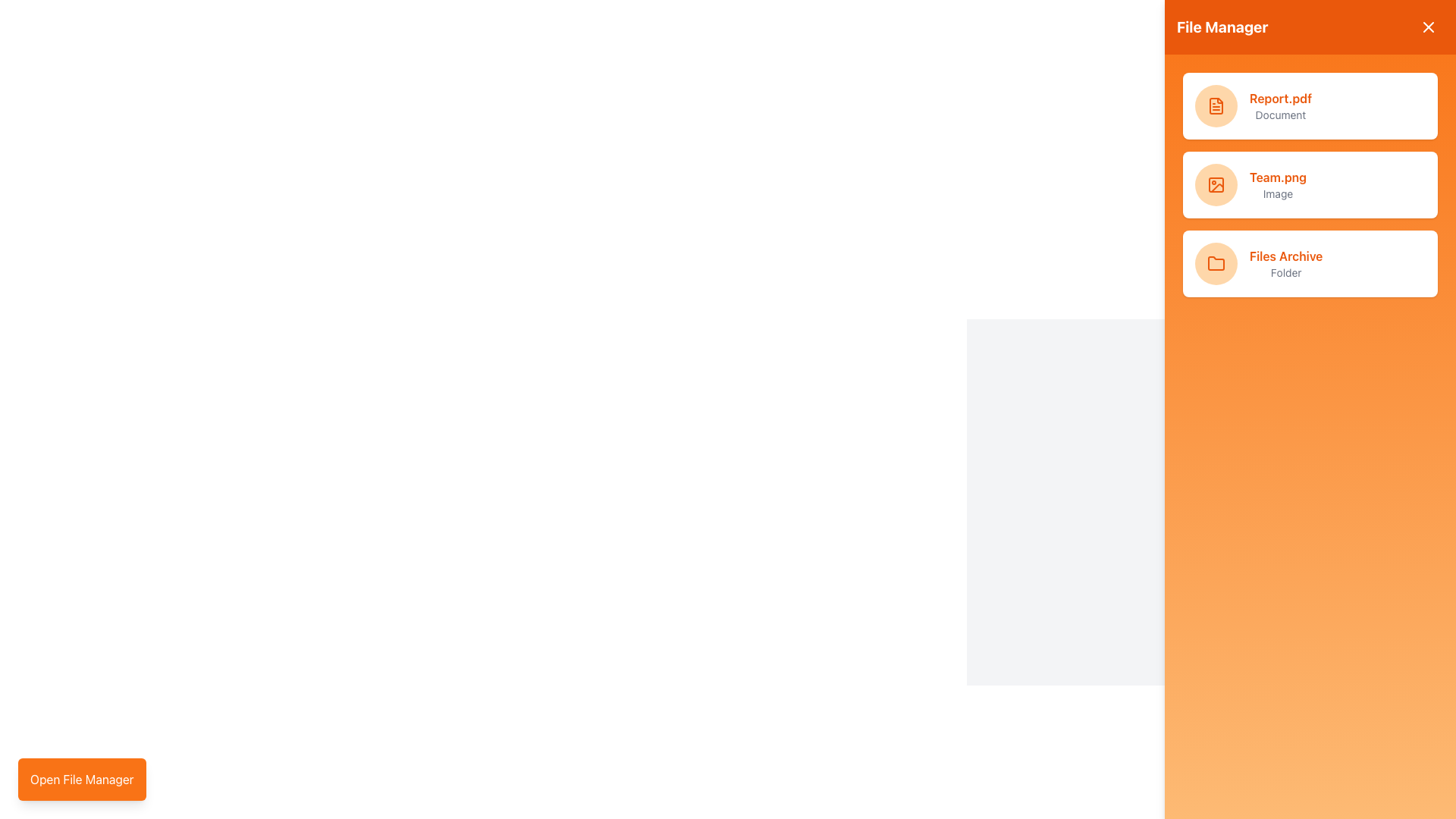 The height and width of the screenshot is (819, 1456). Describe the element at coordinates (1427, 27) in the screenshot. I see `the close button located at the top-right corner of the 'File Manager' header` at that location.